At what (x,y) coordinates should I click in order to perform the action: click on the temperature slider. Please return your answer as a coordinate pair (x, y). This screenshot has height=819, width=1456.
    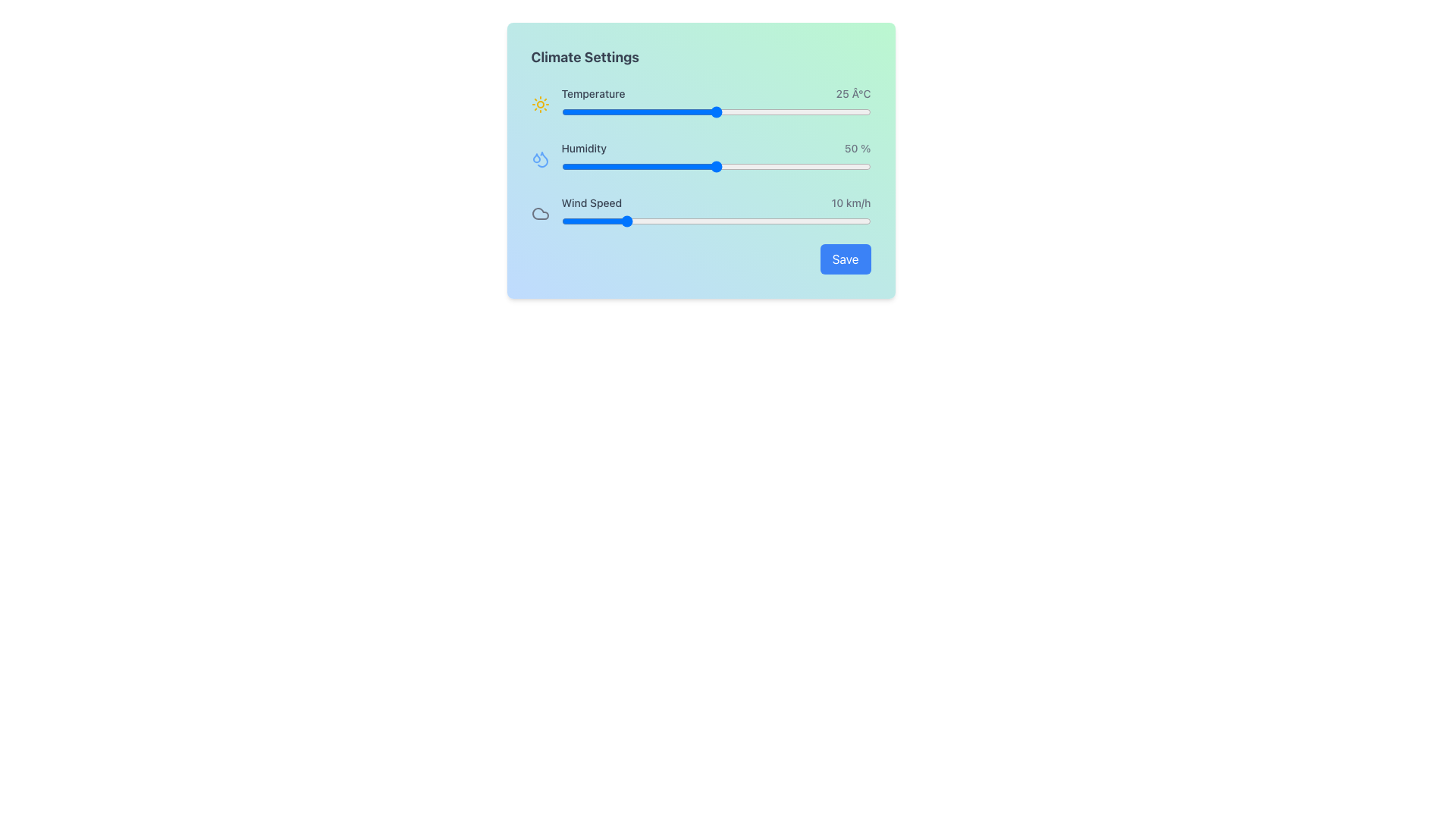
    Looking at the image, I should click on (735, 111).